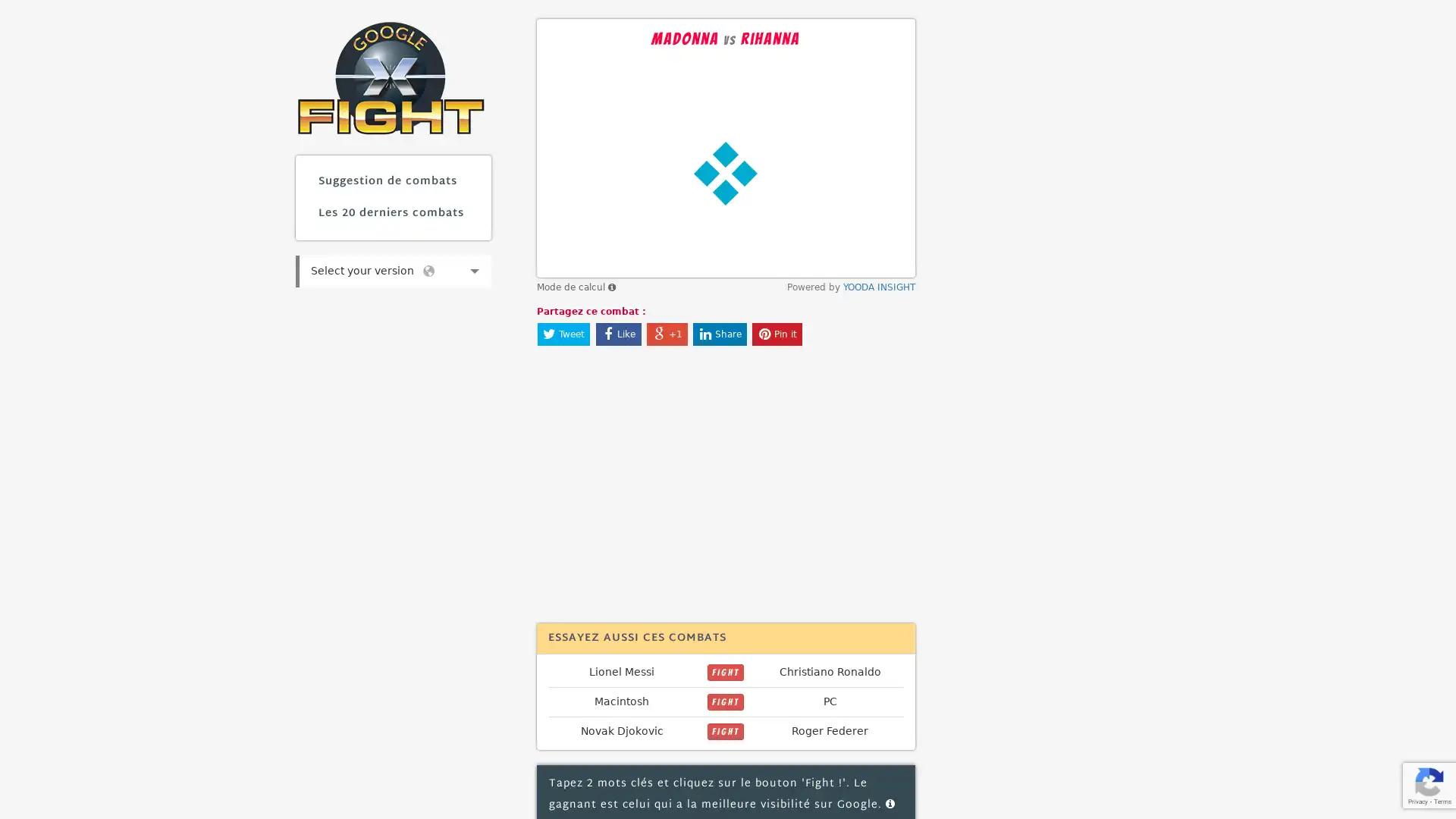 This screenshot has height=819, width=1456. What do you see at coordinates (724, 672) in the screenshot?
I see `FIGHT` at bounding box center [724, 672].